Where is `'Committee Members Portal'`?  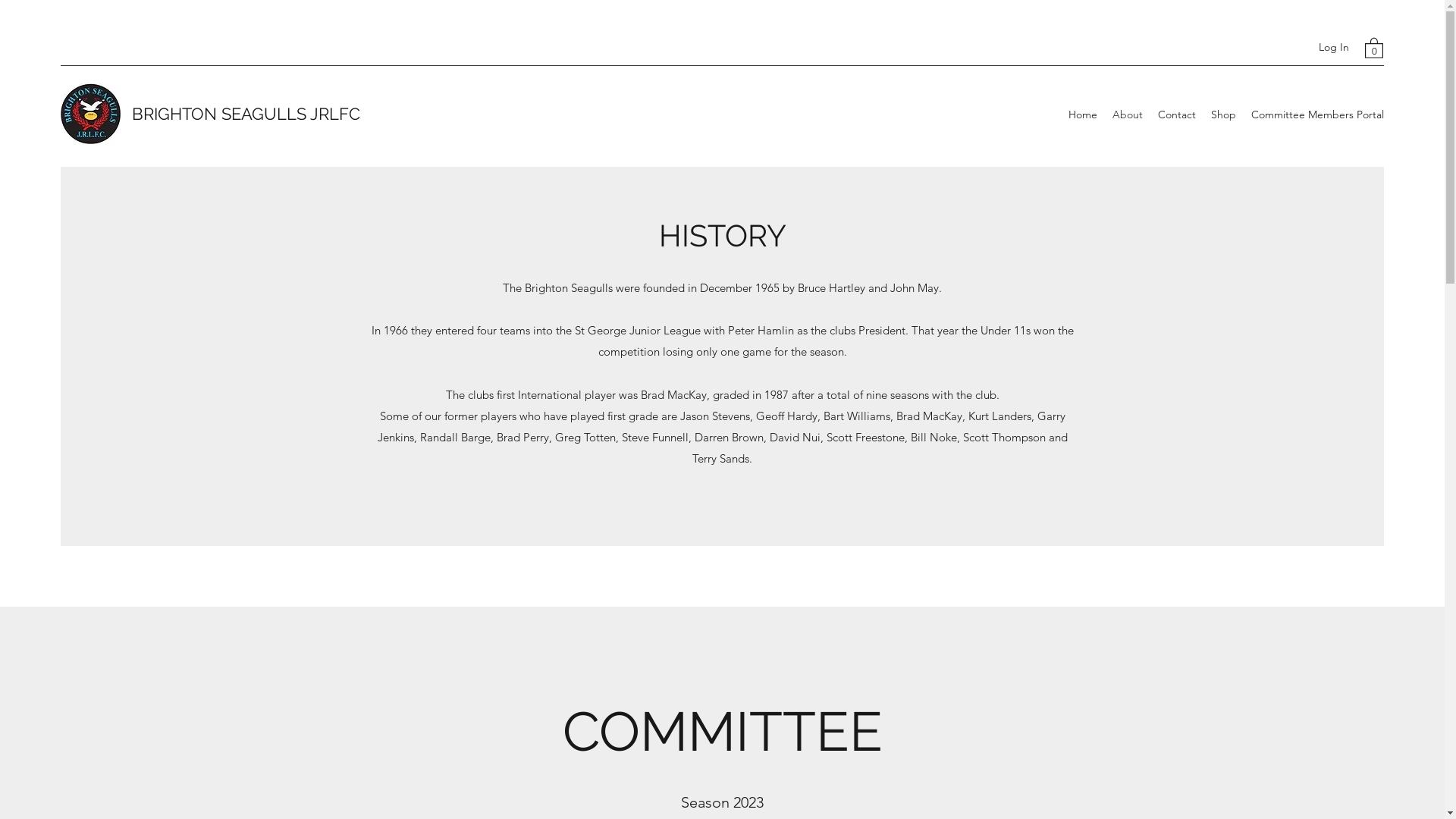
'Committee Members Portal' is located at coordinates (1316, 113).